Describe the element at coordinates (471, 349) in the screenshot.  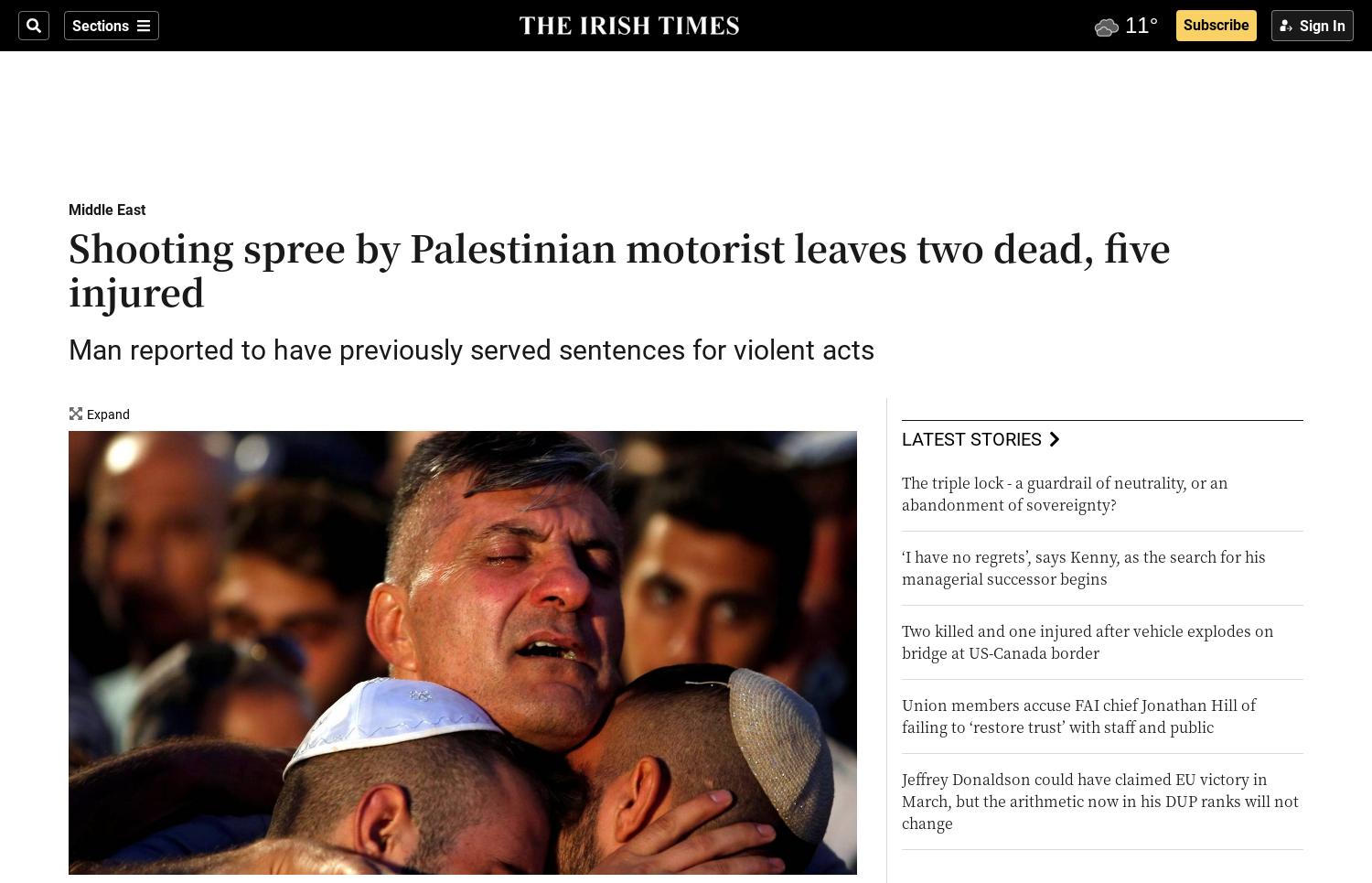
I see `'Man reported to have previously served sentences for violent acts'` at that location.